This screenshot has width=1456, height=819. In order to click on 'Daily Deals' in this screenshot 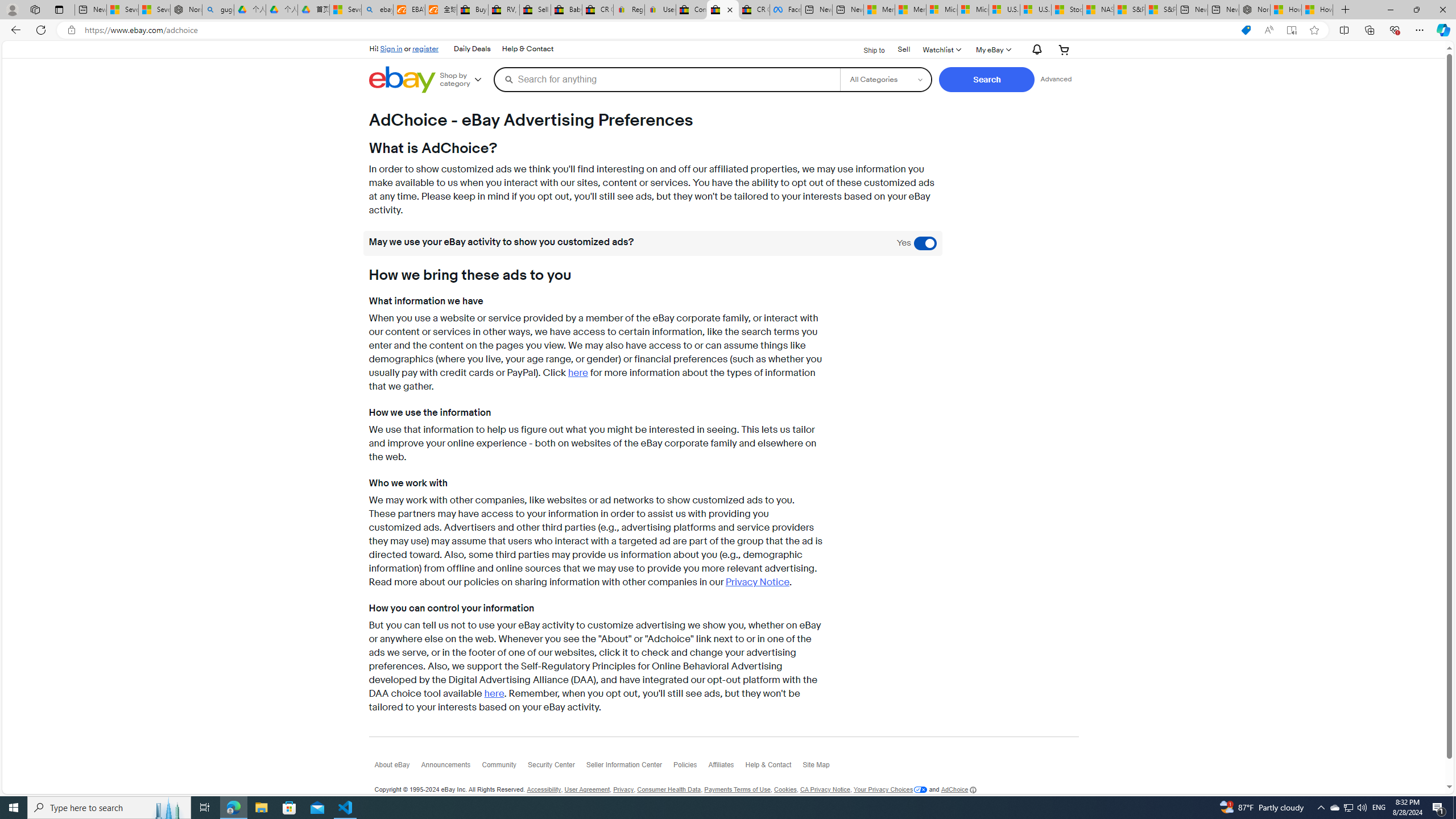, I will do `click(471, 49)`.